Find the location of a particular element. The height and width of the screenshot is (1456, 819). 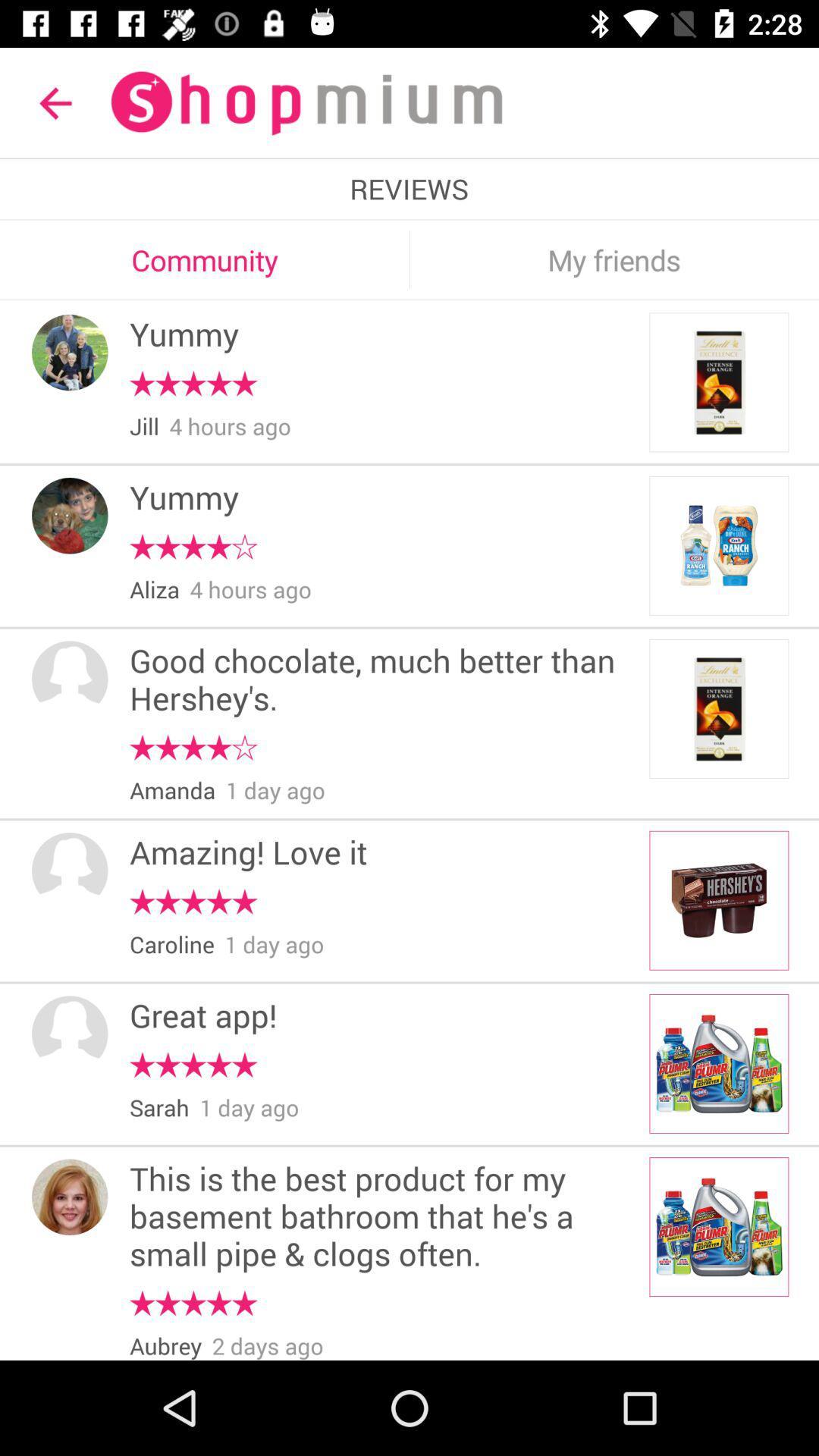

item above the good chocolate much is located at coordinates (155, 589).